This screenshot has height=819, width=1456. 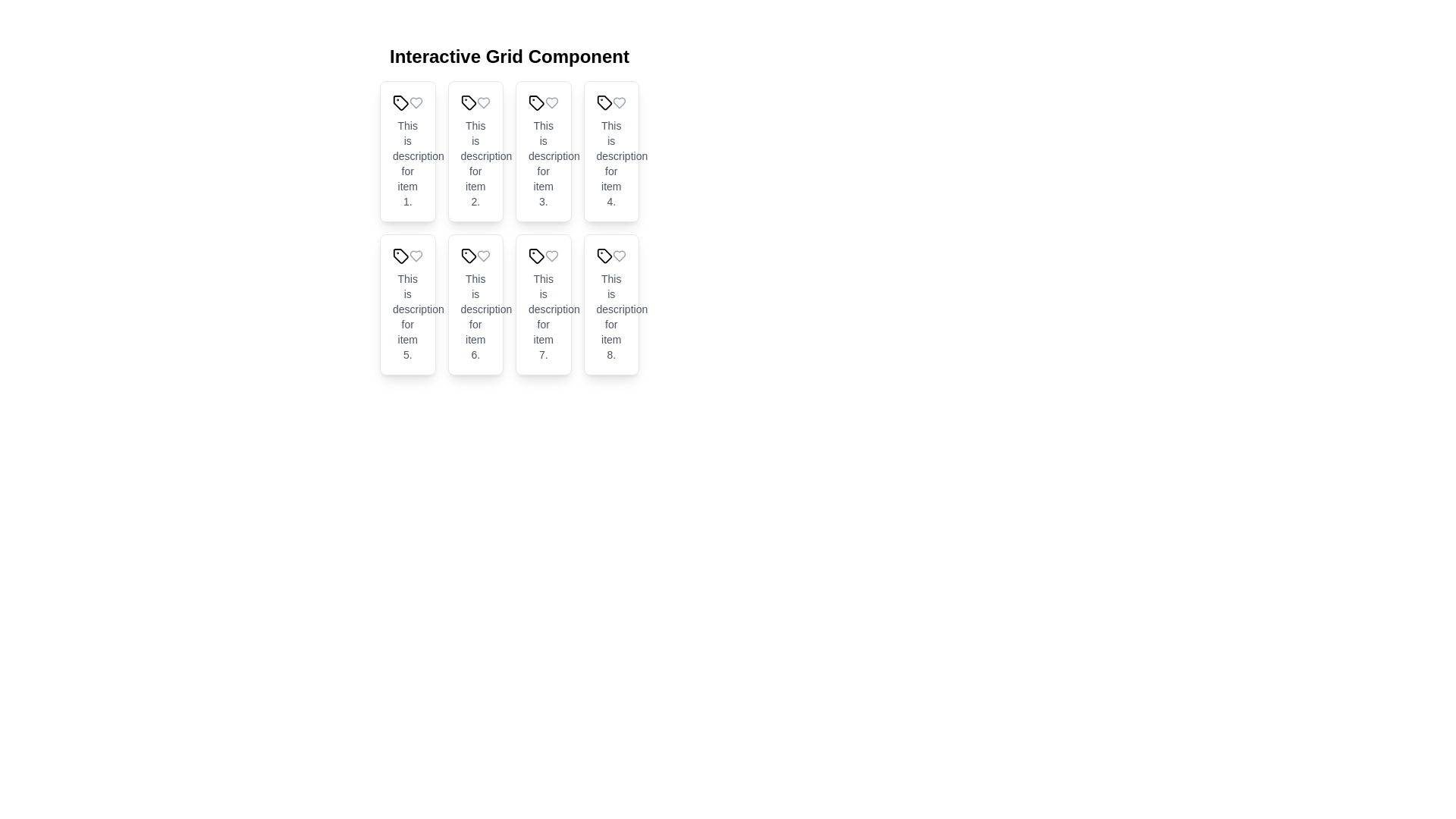 I want to click on the Icon located in the top left grid cell of the interactive grid, which serves as a visual tag to categorize or represent an item, so click(x=400, y=102).